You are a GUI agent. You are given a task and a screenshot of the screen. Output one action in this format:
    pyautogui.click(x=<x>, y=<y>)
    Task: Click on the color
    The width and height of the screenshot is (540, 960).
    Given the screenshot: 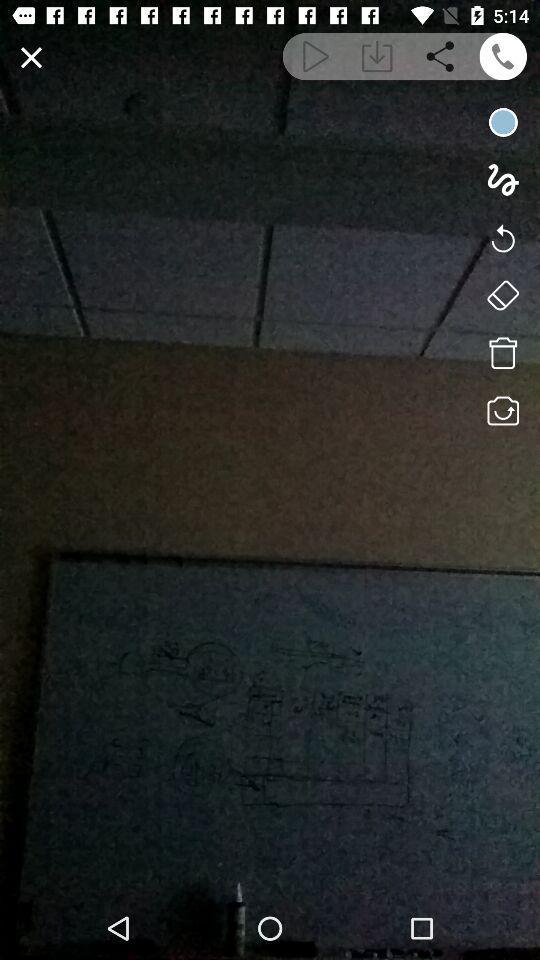 What is the action you would take?
    pyautogui.click(x=502, y=121)
    